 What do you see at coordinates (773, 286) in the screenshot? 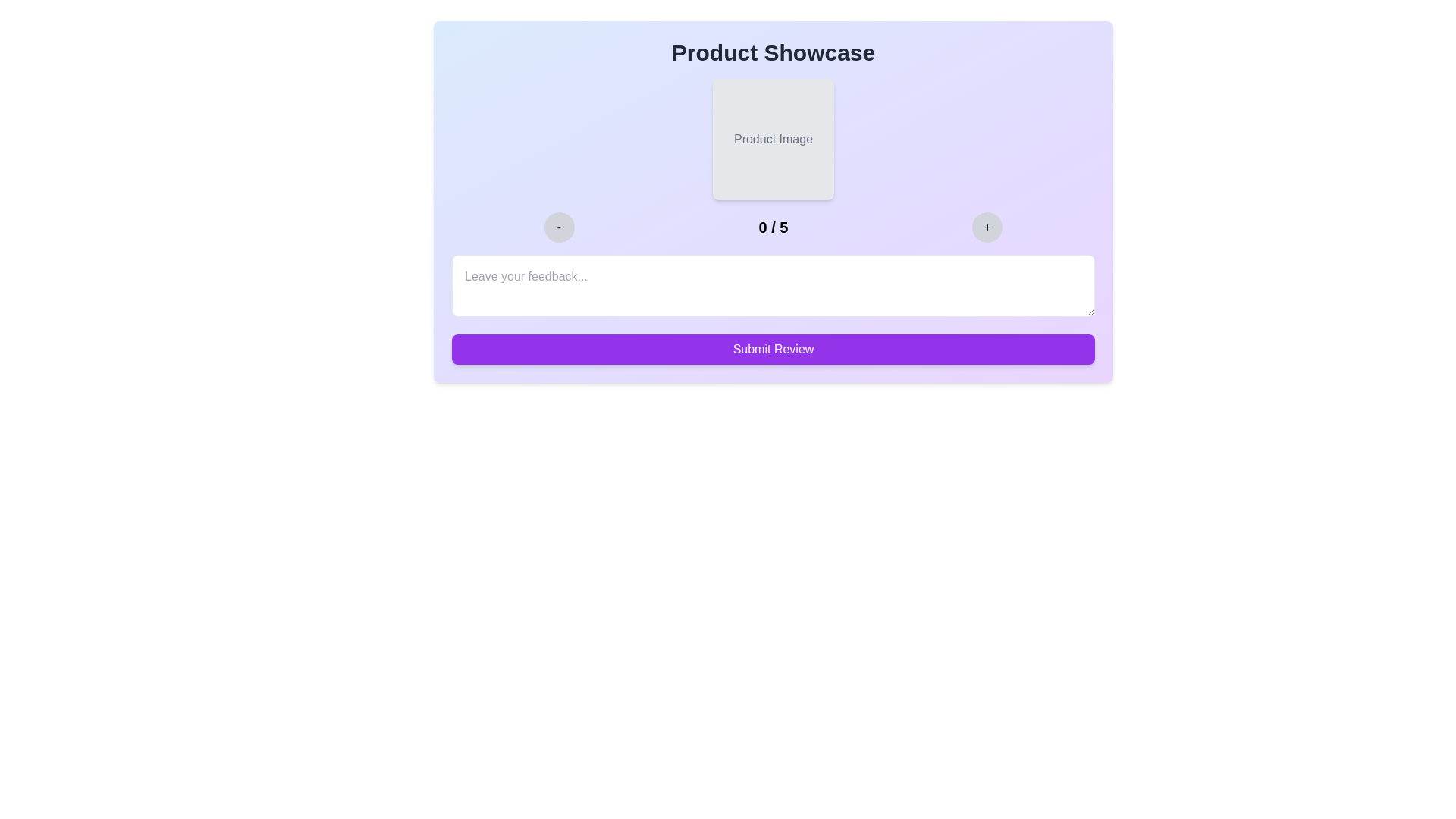
I see `the text area and type the feedback` at bounding box center [773, 286].